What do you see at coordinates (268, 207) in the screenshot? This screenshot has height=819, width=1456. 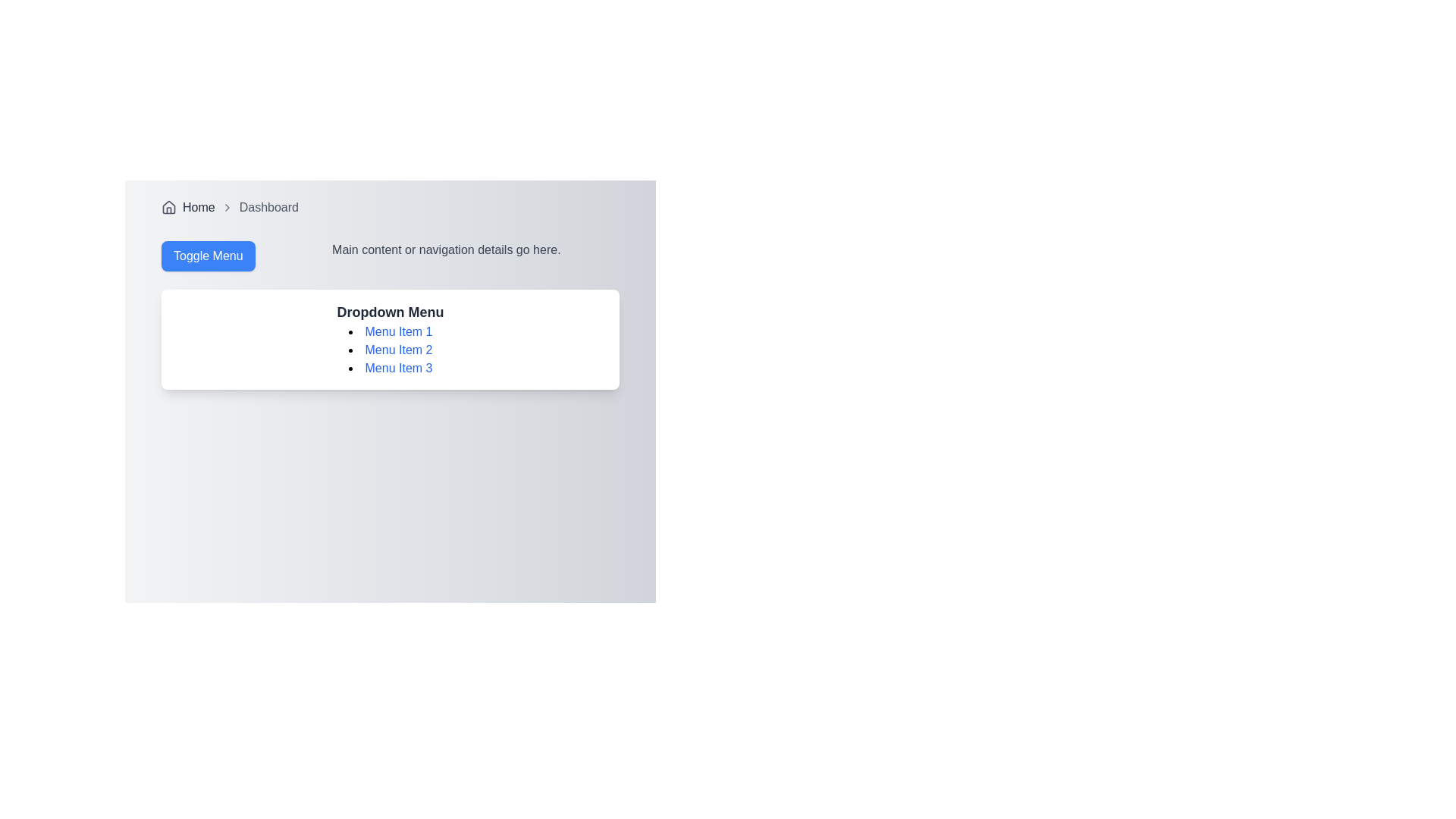 I see `the 'Dashboard' text label, which is part of the breadcrumb navigation bar and follows the 'Home' link and a chevron icon` at bounding box center [268, 207].